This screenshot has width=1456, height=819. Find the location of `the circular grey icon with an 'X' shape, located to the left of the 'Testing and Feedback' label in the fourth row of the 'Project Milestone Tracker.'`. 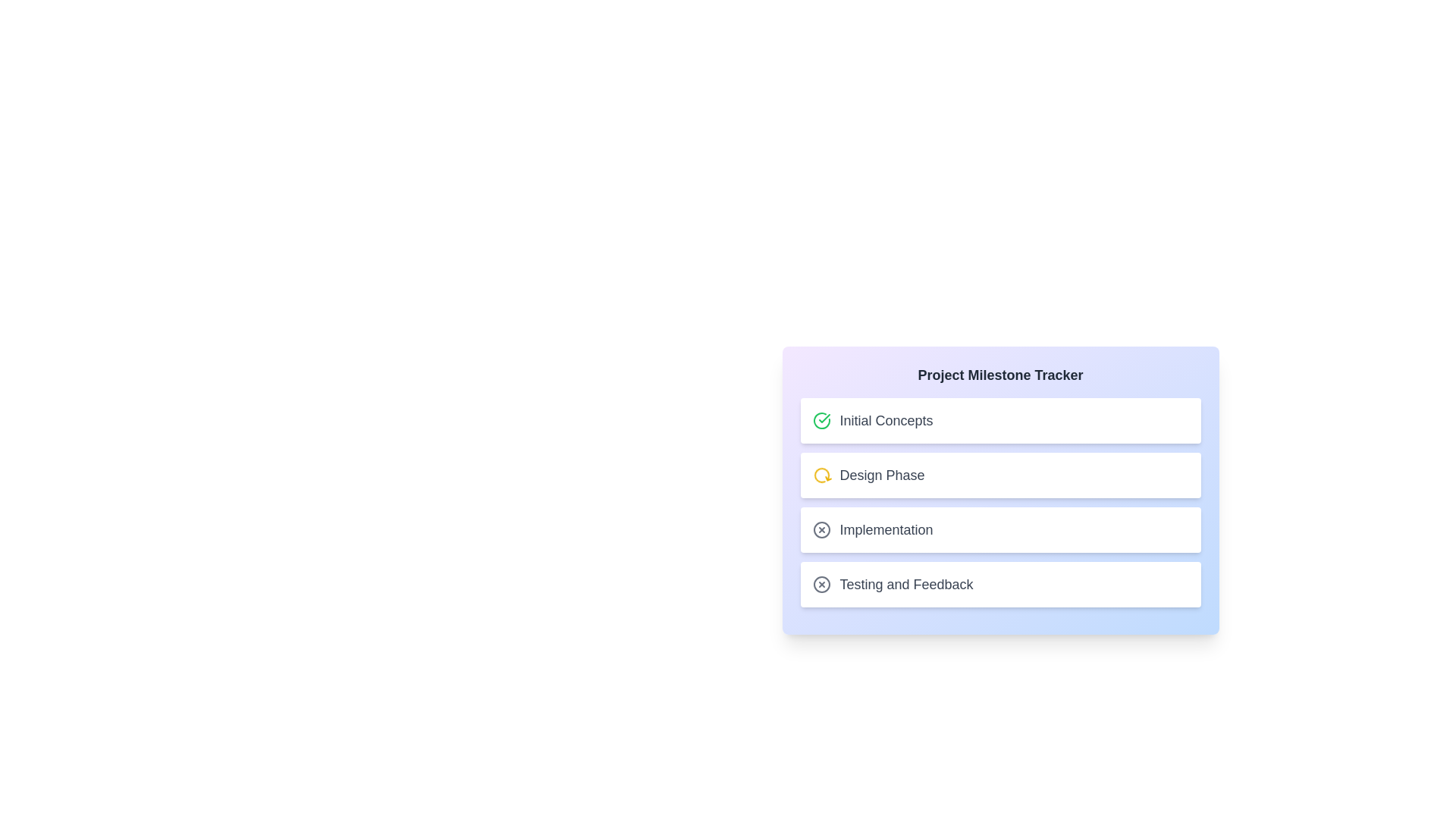

the circular grey icon with an 'X' shape, located to the left of the 'Testing and Feedback' label in the fourth row of the 'Project Milestone Tracker.' is located at coordinates (821, 584).